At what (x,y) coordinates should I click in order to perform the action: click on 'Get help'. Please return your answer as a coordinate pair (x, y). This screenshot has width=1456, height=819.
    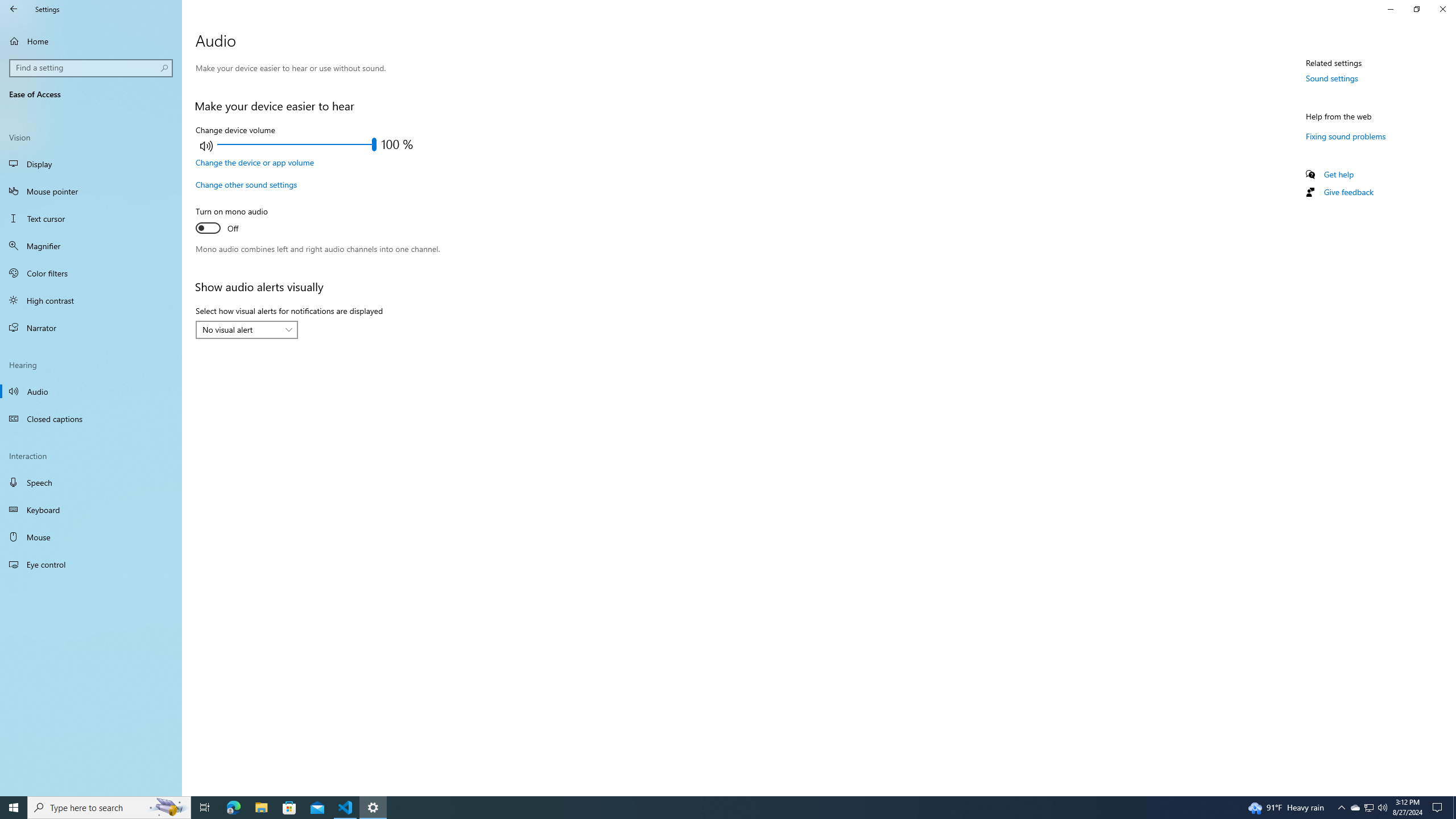
    Looking at the image, I should click on (1338, 174).